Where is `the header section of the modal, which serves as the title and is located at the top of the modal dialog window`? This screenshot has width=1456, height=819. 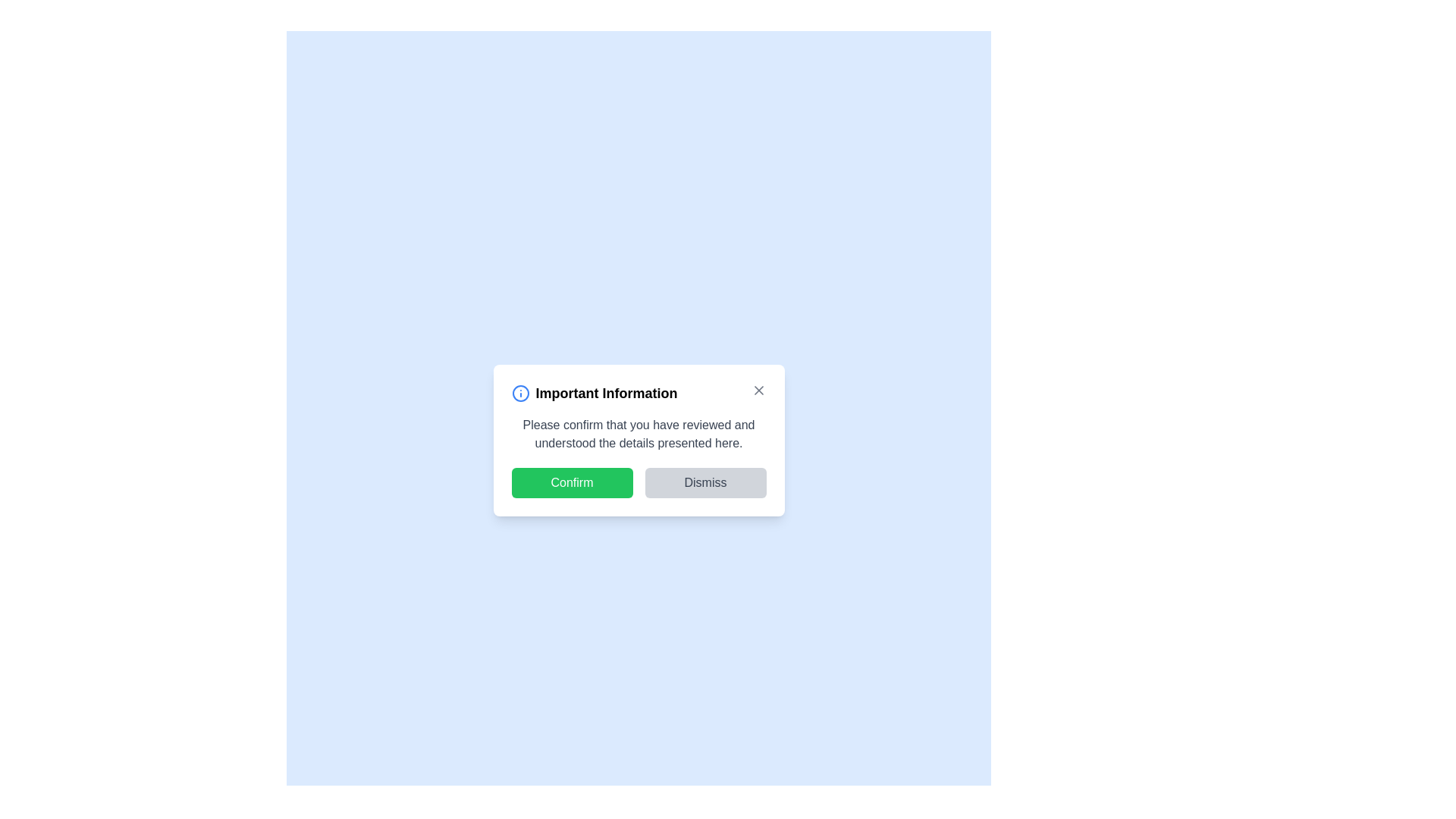 the header section of the modal, which serves as the title and is located at the top of the modal dialog window is located at coordinates (639, 393).